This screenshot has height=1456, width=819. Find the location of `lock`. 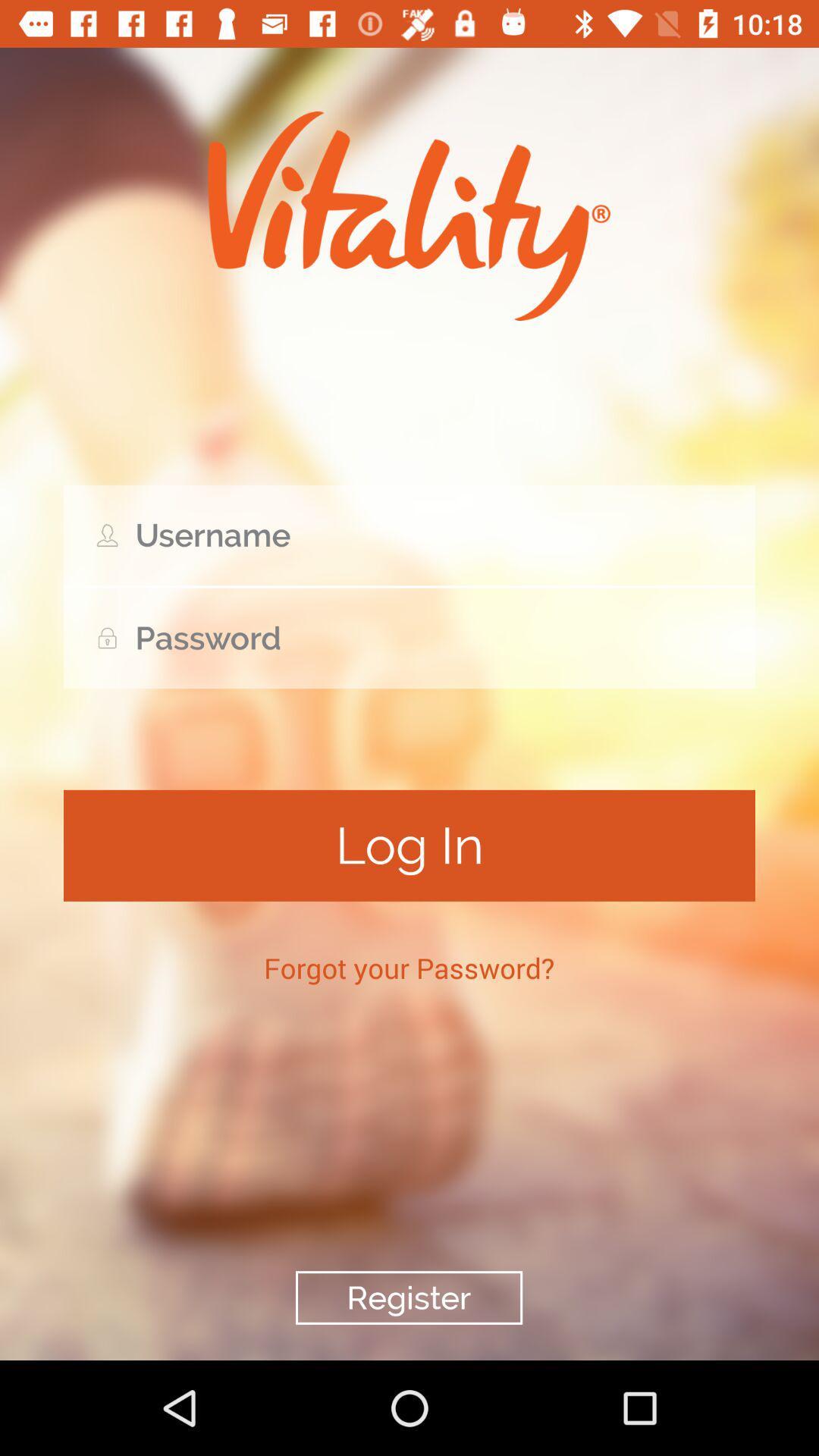

lock is located at coordinates (409, 638).